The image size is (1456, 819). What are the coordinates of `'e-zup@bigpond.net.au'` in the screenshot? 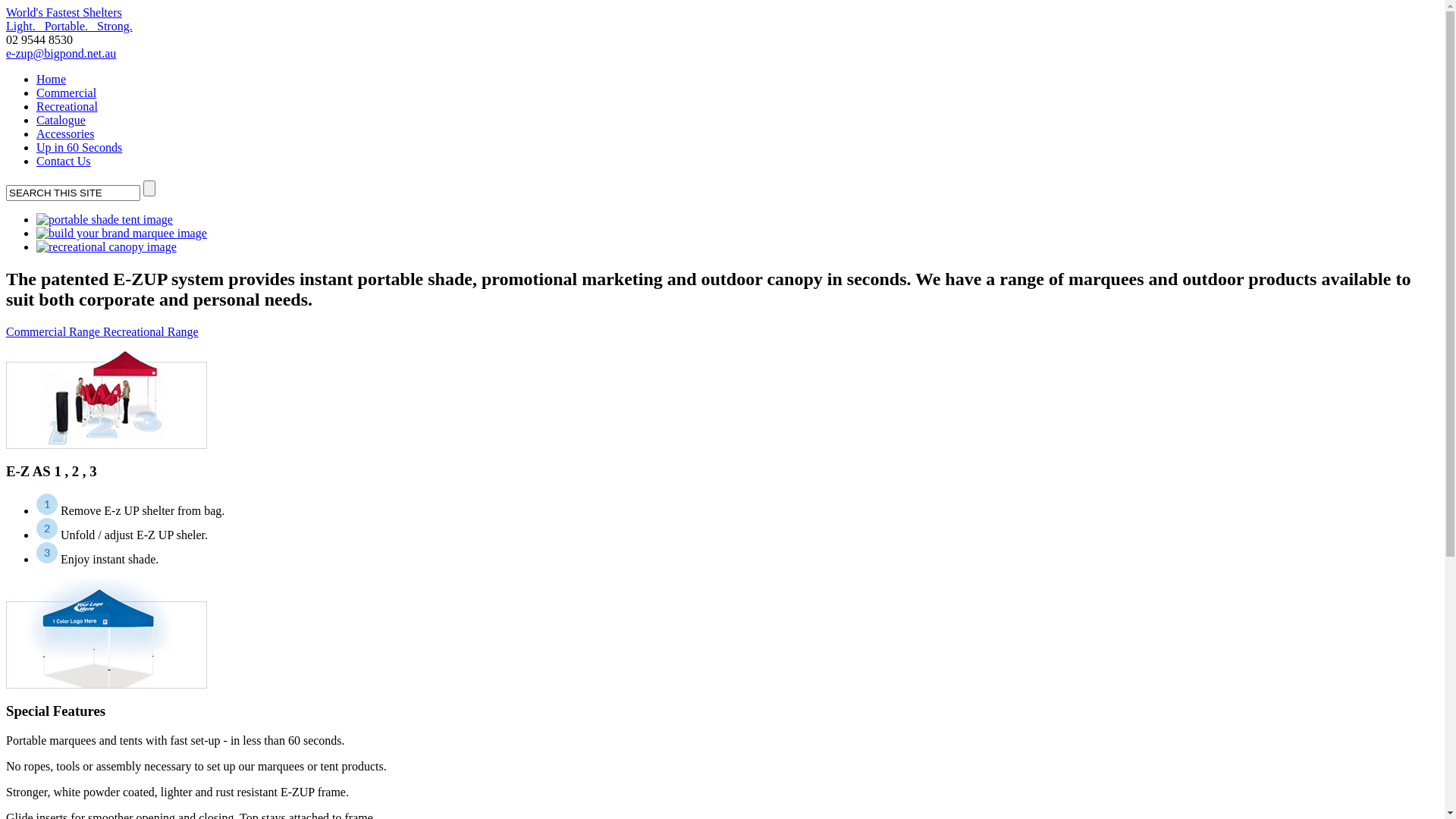 It's located at (61, 52).